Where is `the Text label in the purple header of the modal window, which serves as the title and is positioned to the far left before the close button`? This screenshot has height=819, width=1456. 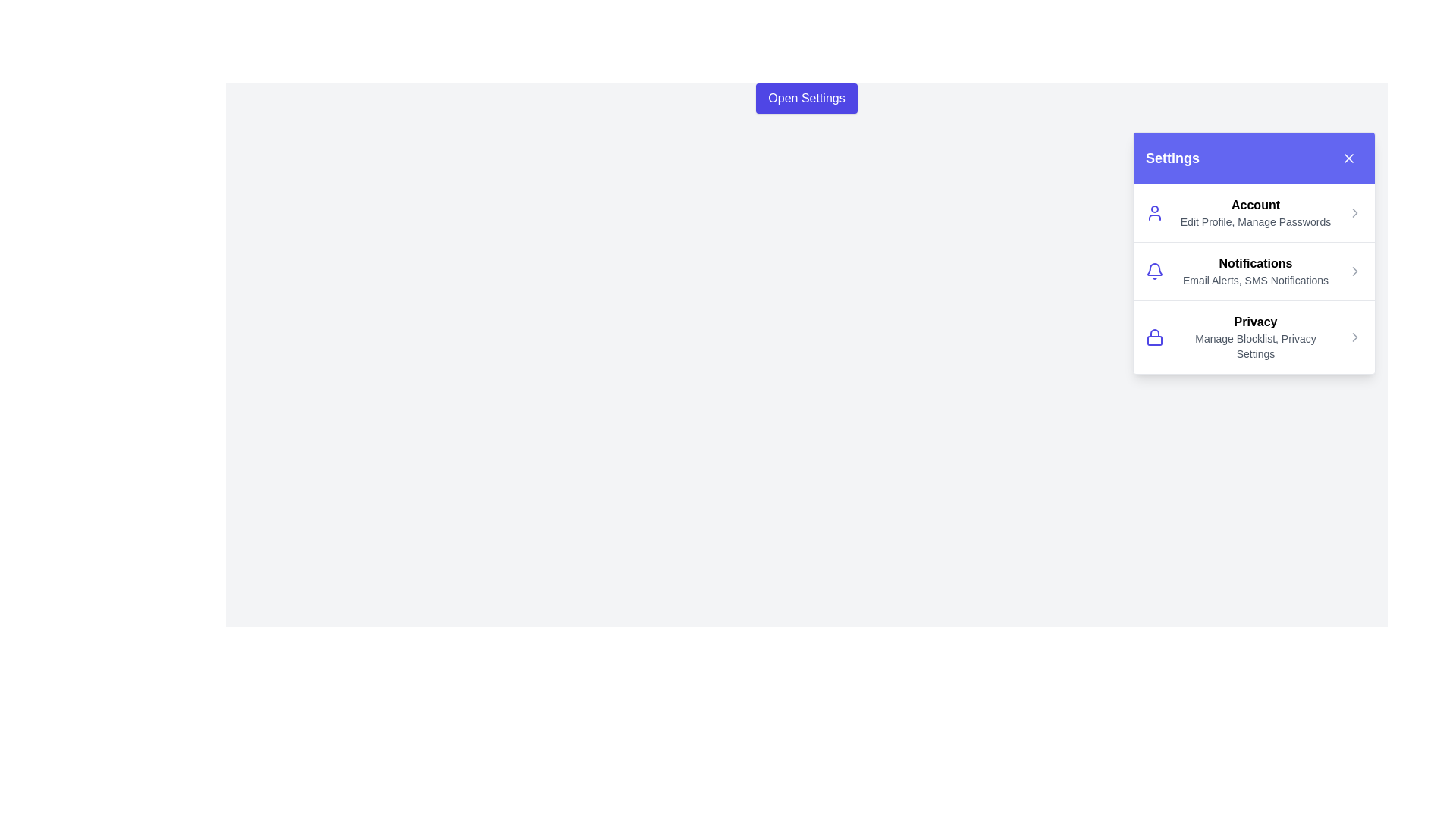 the Text label in the purple header of the modal window, which serves as the title and is positioned to the far left before the close button is located at coordinates (1172, 158).